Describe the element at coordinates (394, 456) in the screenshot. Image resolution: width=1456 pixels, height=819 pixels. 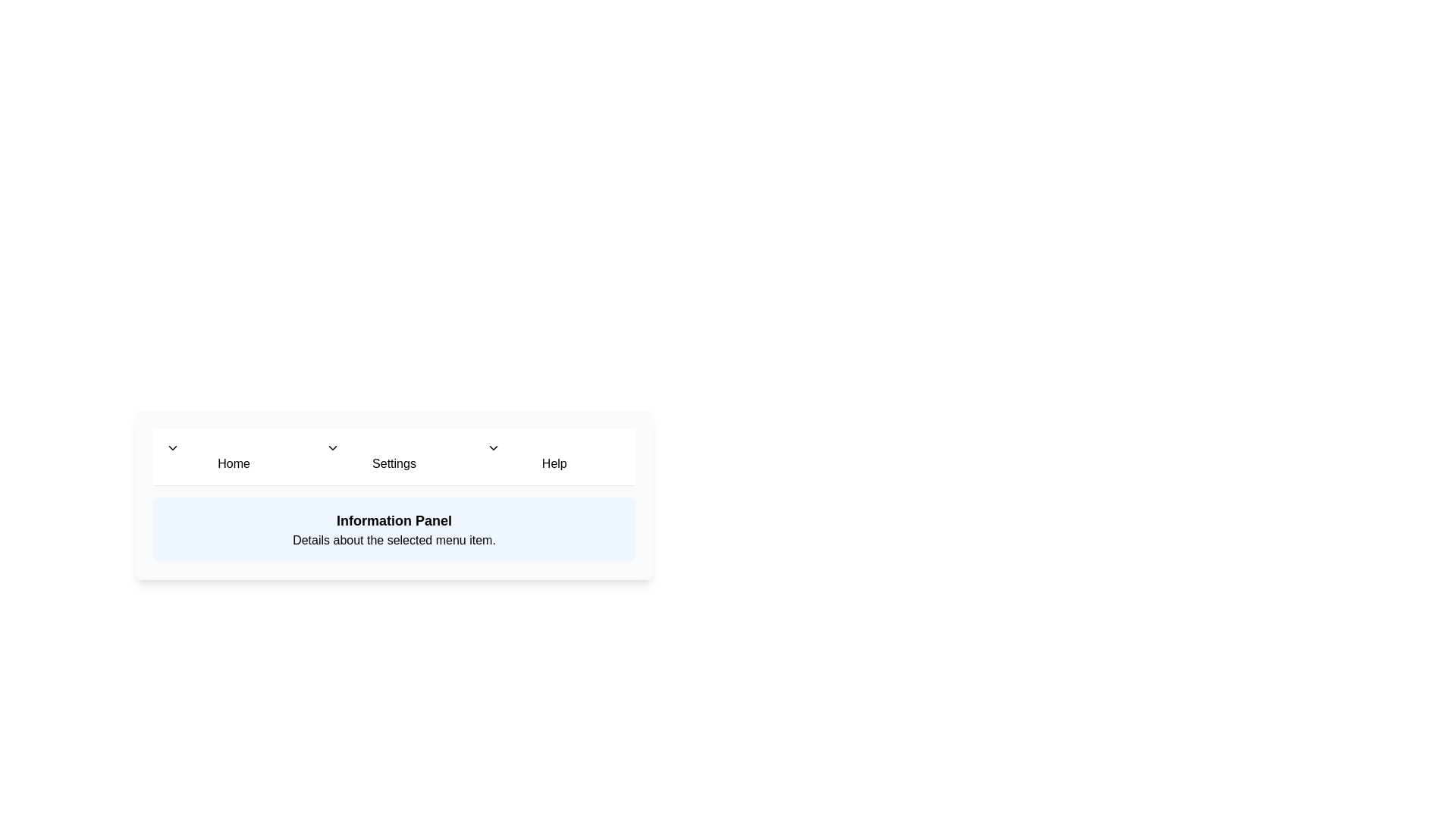
I see `the menu item labeled Settings` at that location.